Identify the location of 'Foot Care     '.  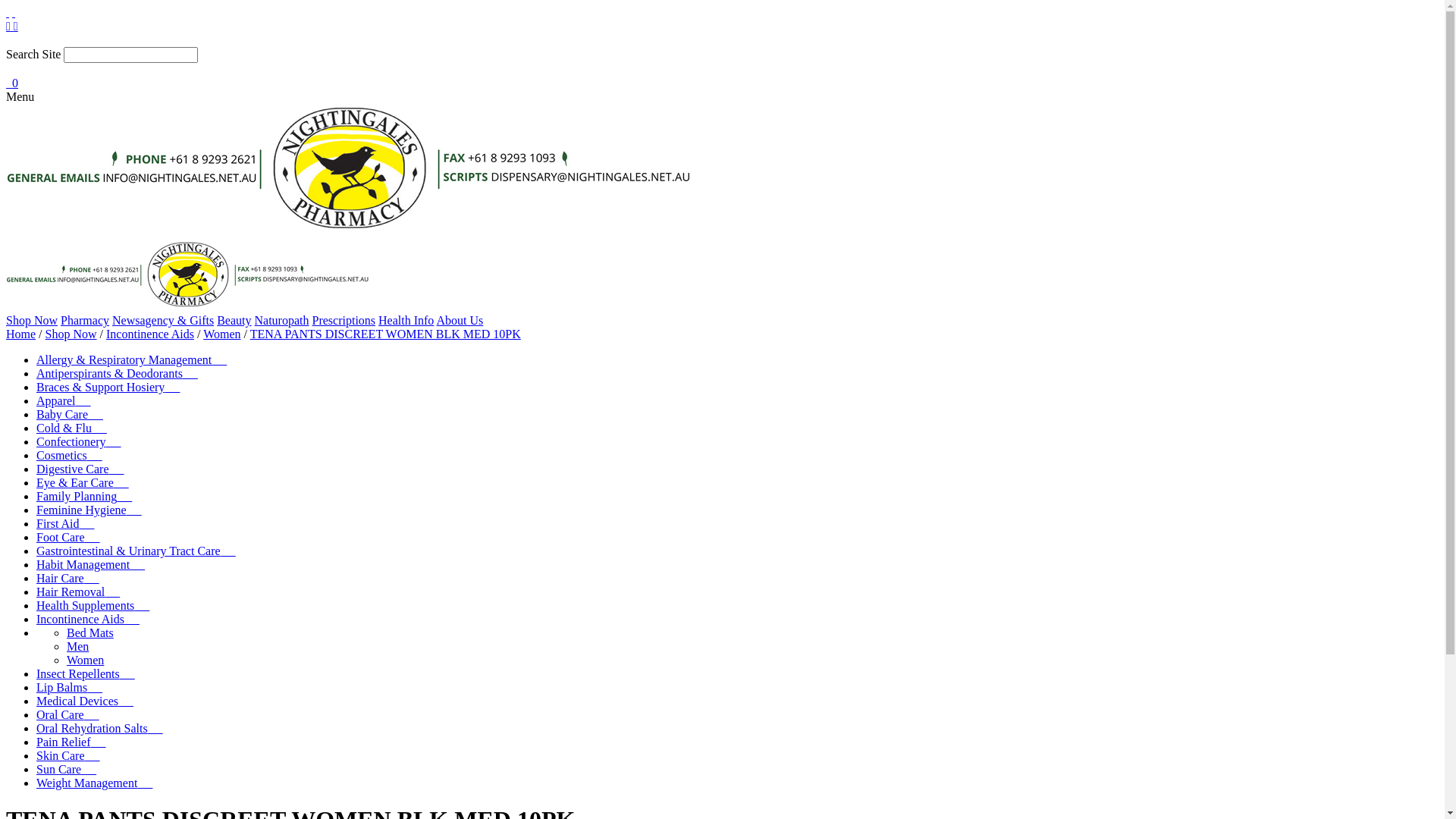
(67, 536).